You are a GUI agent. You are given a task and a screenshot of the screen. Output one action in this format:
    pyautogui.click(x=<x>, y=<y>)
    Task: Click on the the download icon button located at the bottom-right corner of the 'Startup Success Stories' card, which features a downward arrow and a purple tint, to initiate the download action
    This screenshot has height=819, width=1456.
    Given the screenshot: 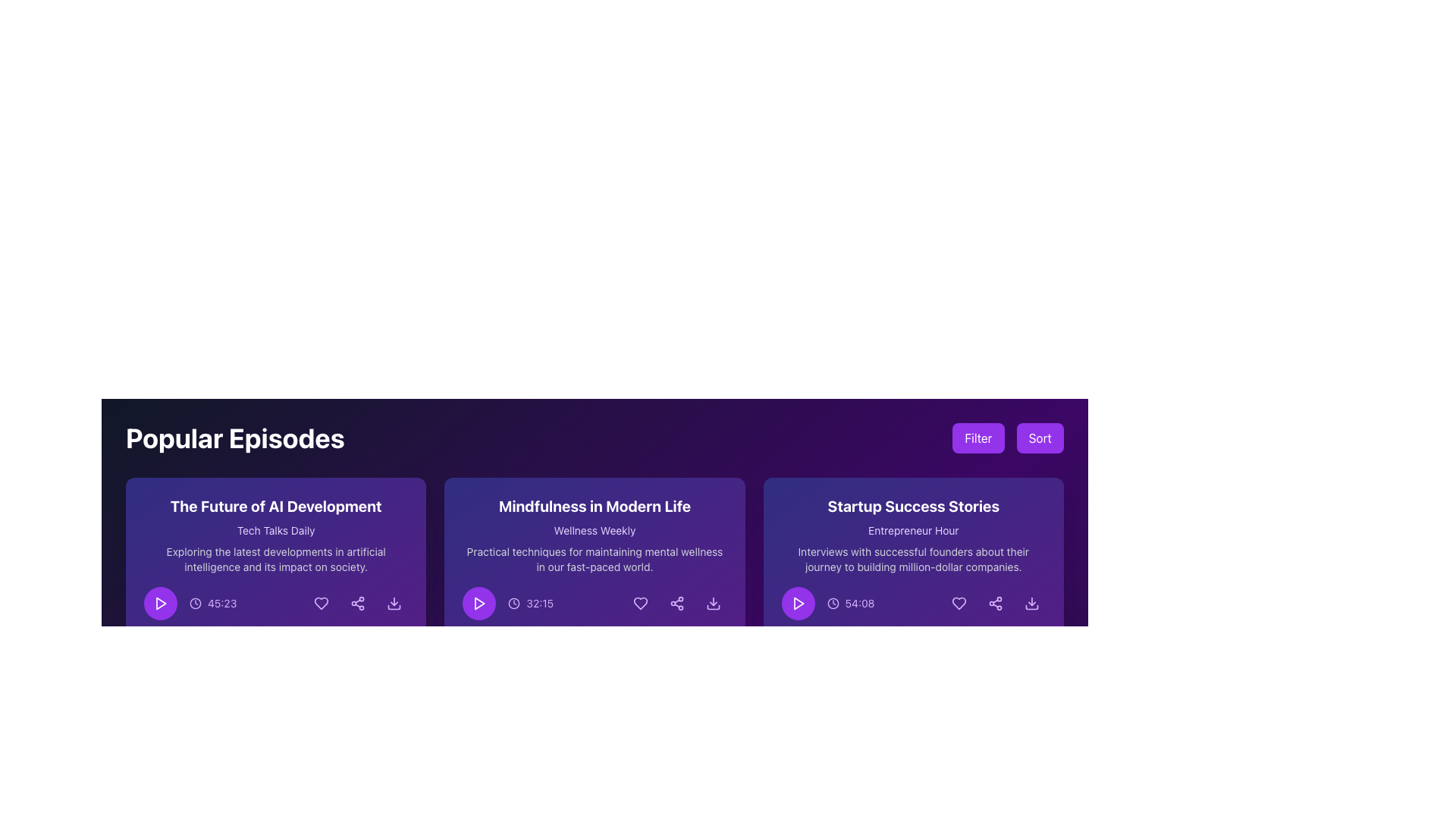 What is the action you would take?
    pyautogui.click(x=1031, y=602)
    